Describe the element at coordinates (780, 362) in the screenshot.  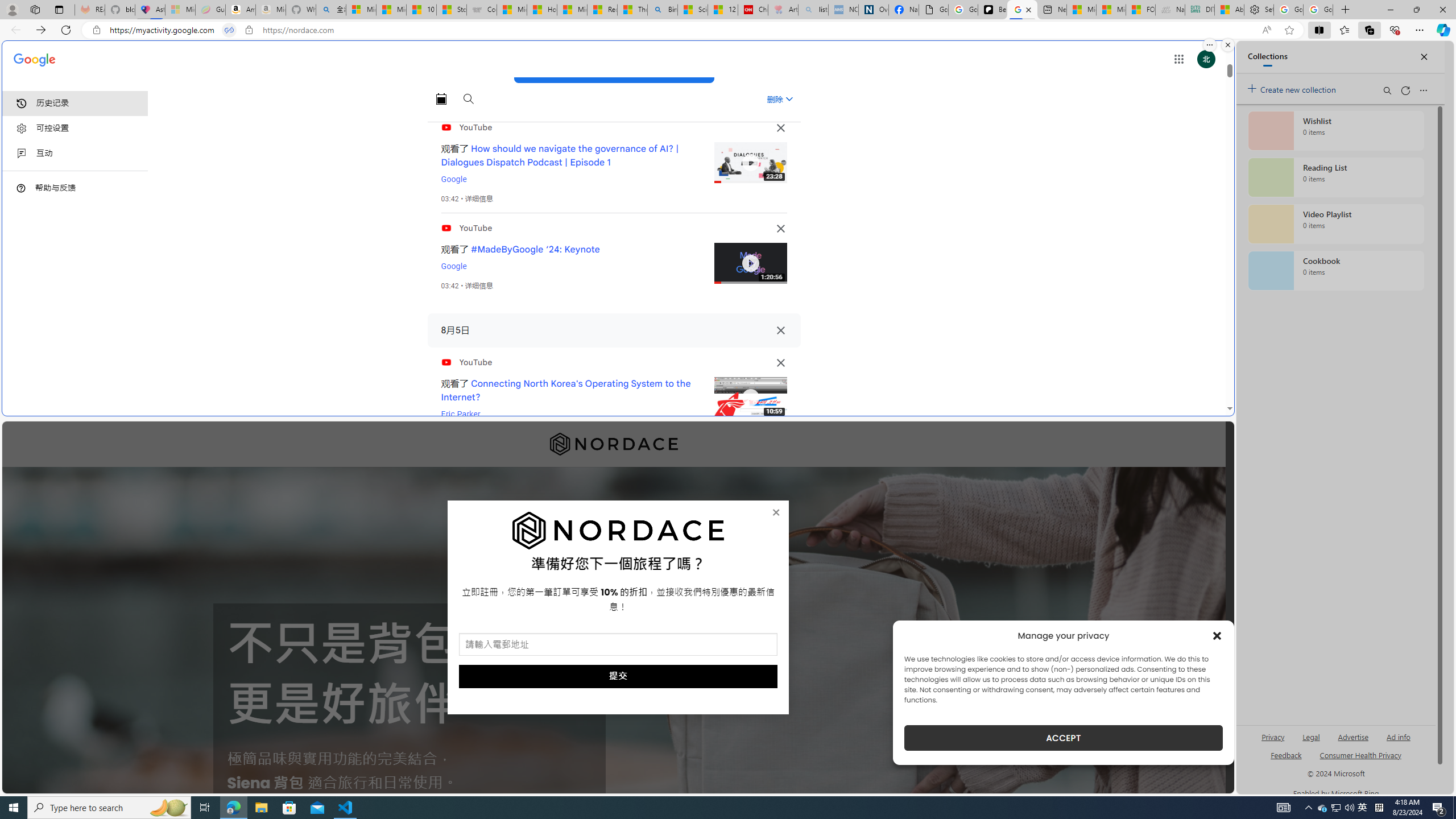
I see `'Class: TjcpUd NMm5M'` at that location.